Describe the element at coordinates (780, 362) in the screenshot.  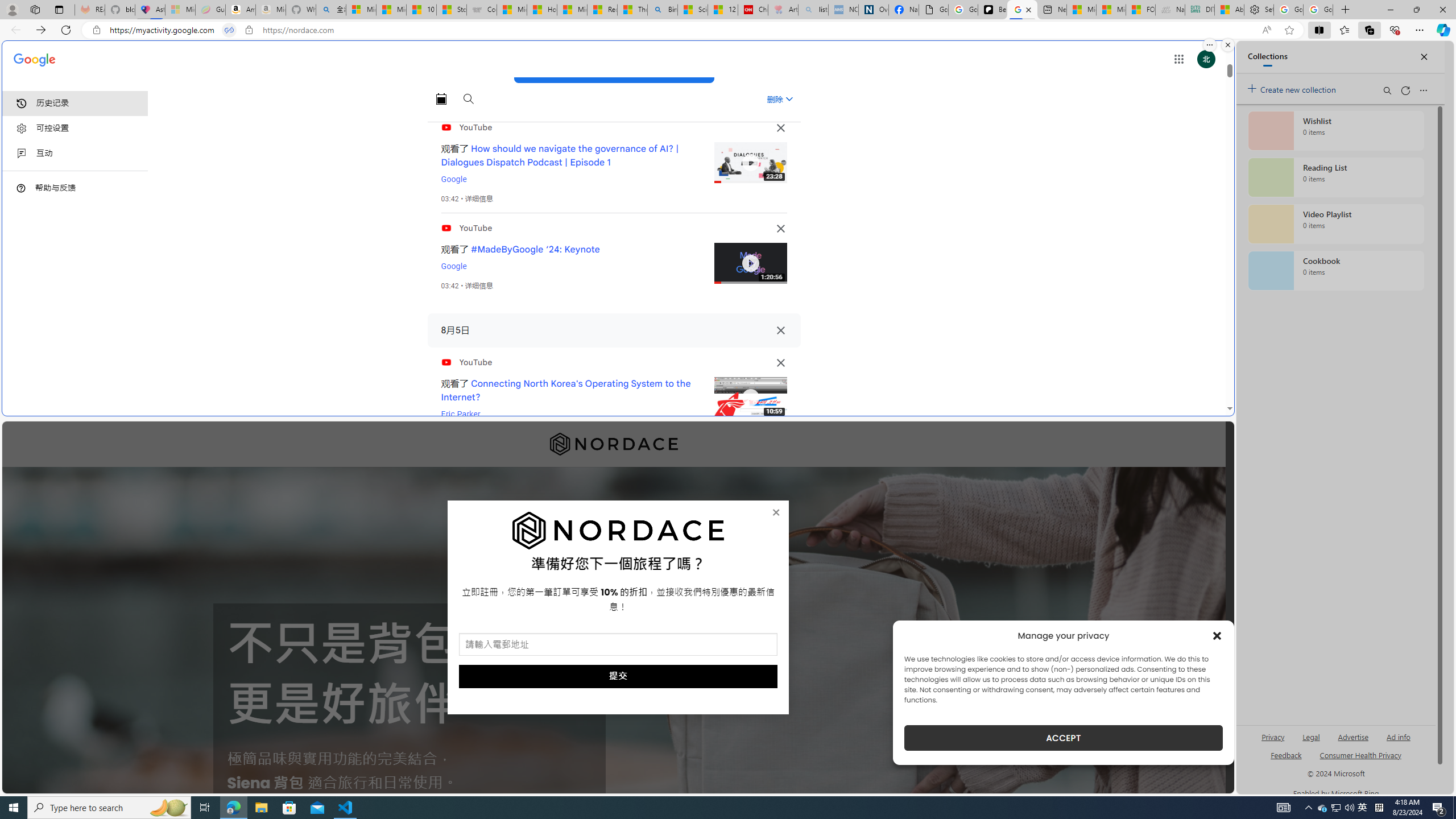
I see `'Class: TjcpUd NMm5M'` at that location.